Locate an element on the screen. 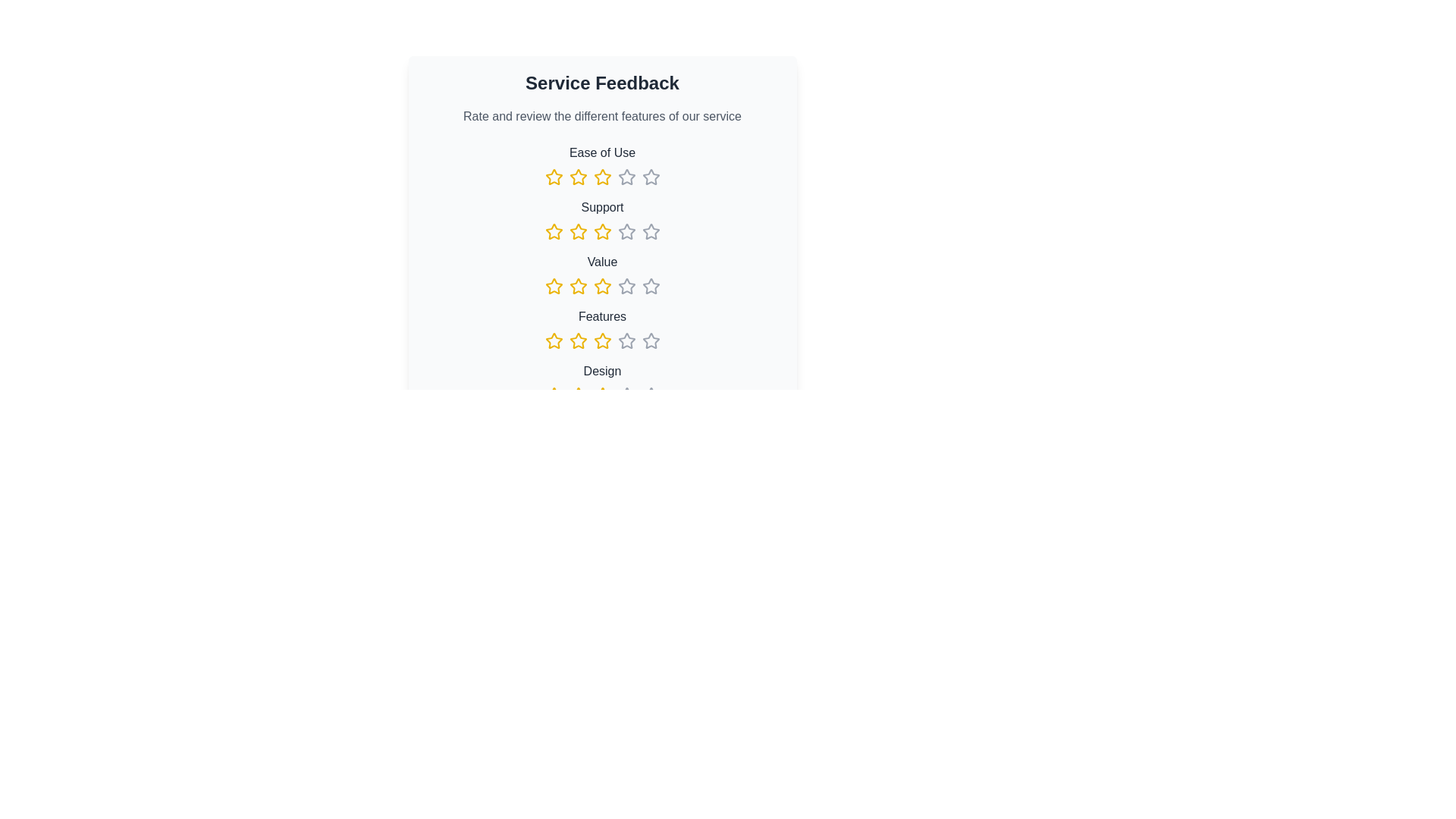 The height and width of the screenshot is (819, 1456). the third star icon in the five-point rating scale under the 'Ease of Use' label to set the rating value to three stars is located at coordinates (577, 177).